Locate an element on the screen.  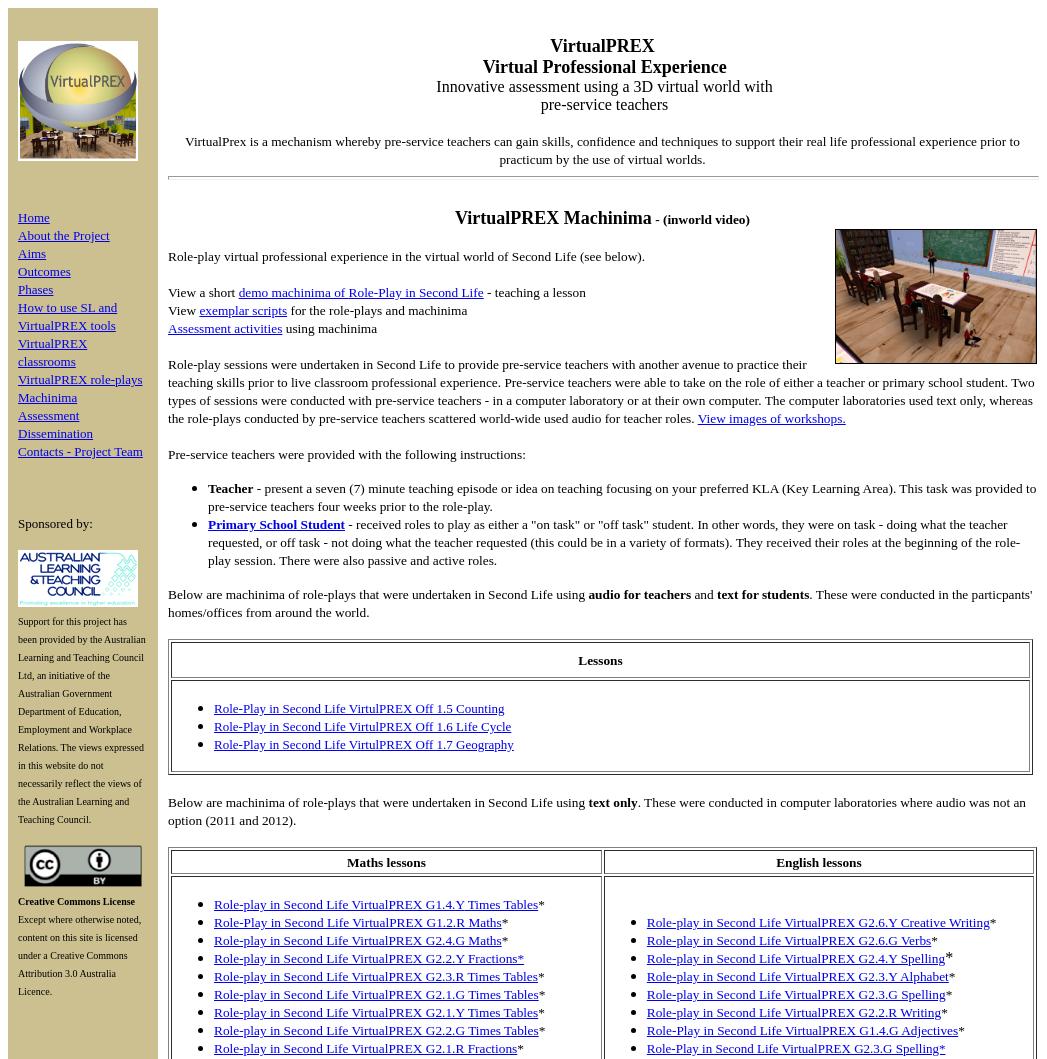
'Assessment activities' is located at coordinates (224, 327).